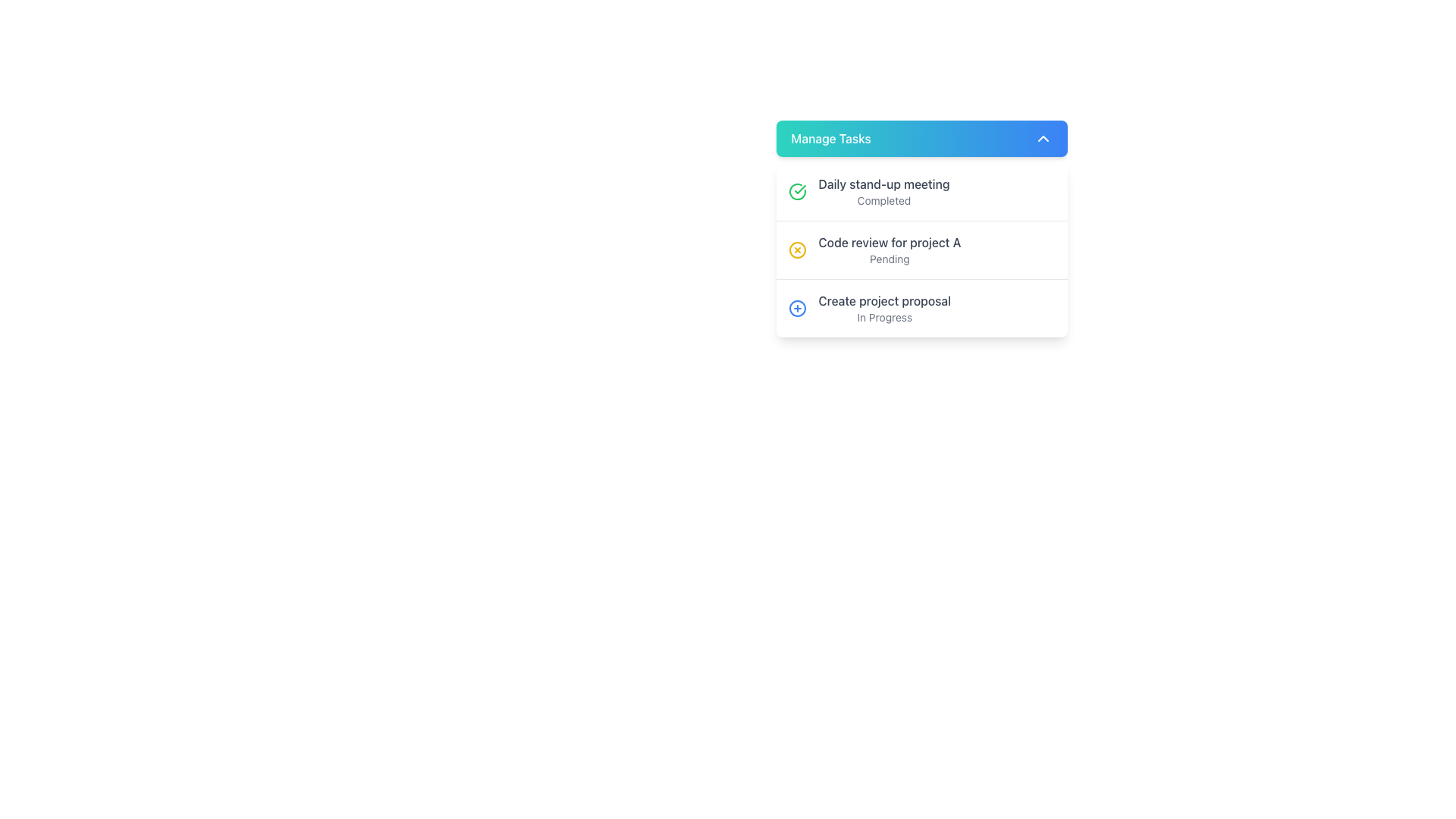 This screenshot has height=819, width=1456. Describe the element at coordinates (796, 191) in the screenshot. I see `the Status Indicator Icon that signifies the 'Daily stand-up meeting' task is marked as completed, located in the leftmost part of the first task entry box labeled 'Daily stand-up meeting'` at that location.